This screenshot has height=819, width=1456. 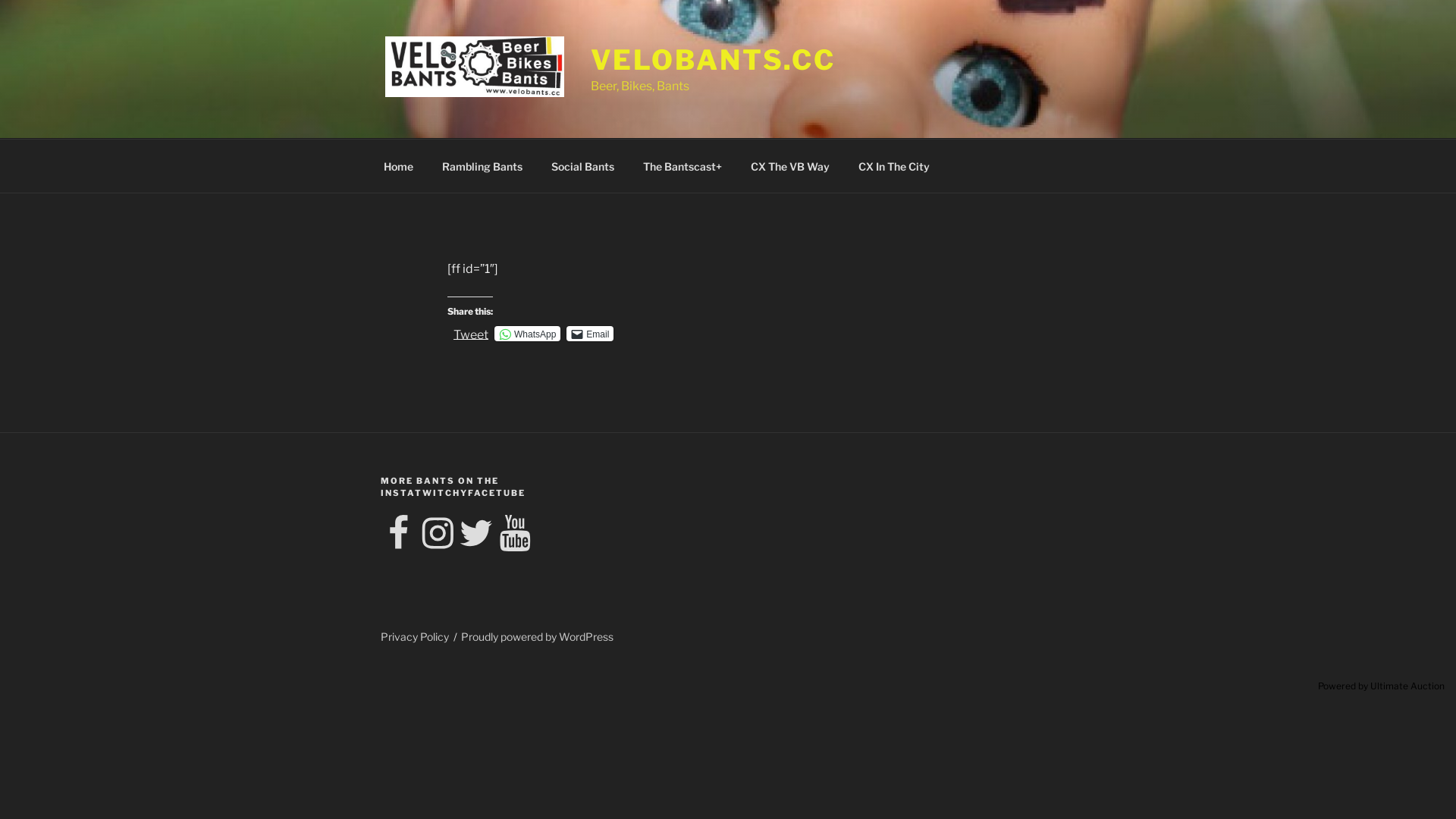 What do you see at coordinates (419, 533) in the screenshot?
I see `'Instagram'` at bounding box center [419, 533].